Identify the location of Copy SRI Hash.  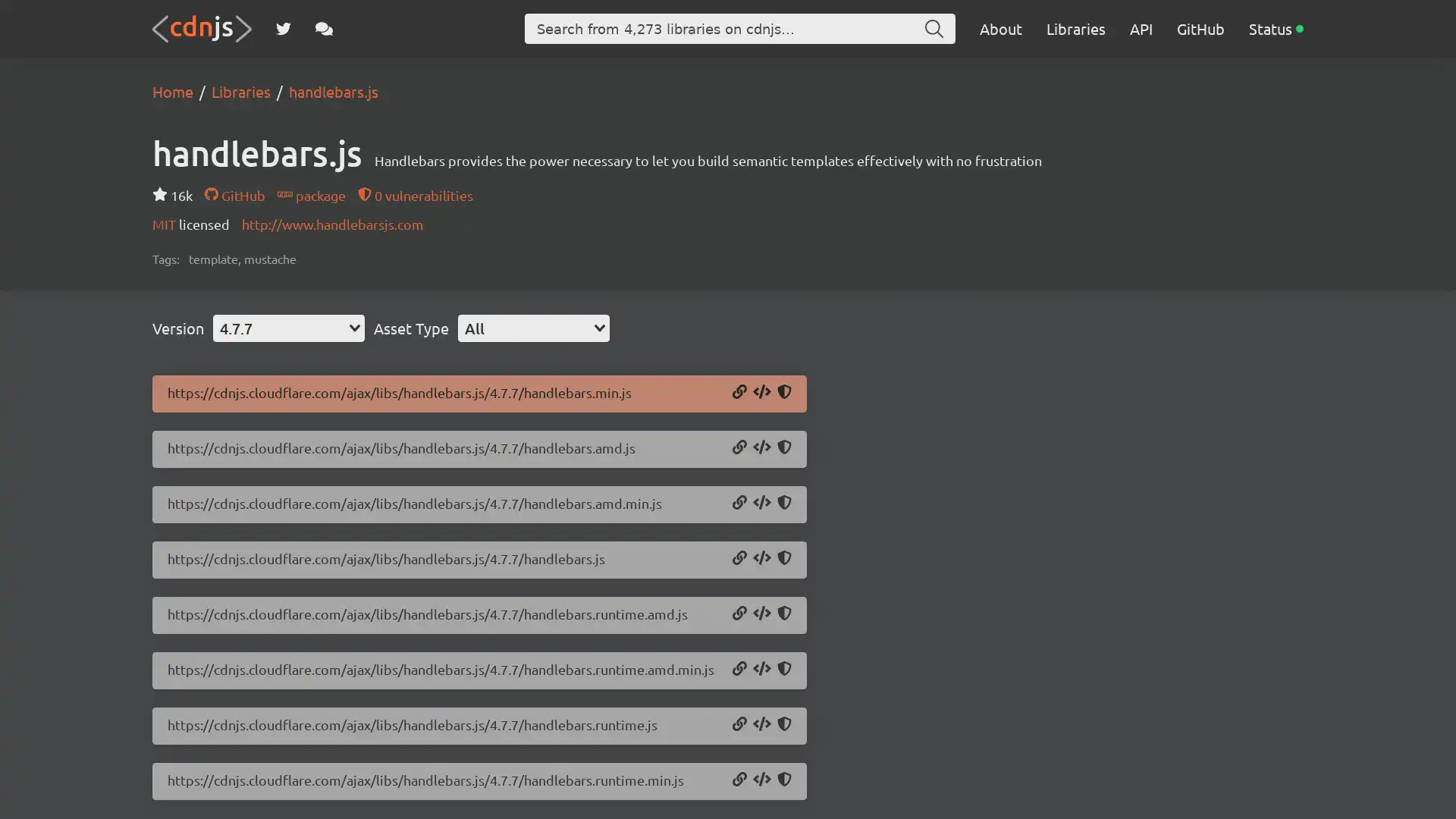
(784, 392).